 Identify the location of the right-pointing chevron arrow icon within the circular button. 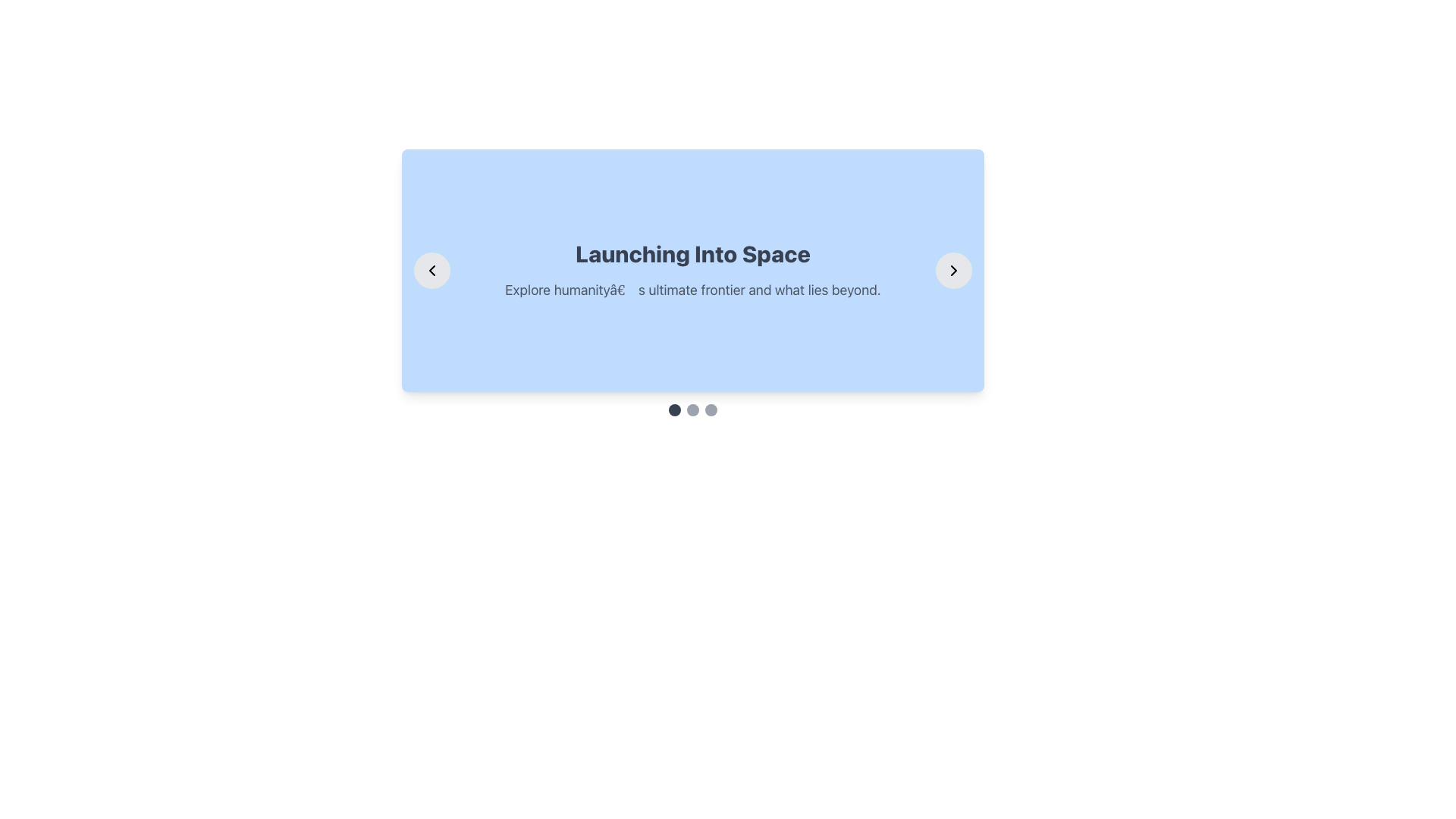
(952, 270).